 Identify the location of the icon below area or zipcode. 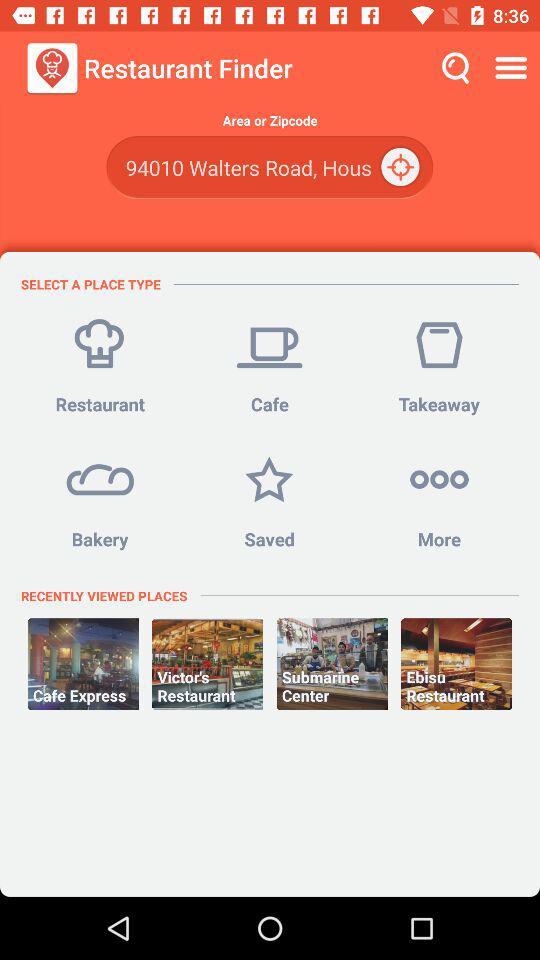
(402, 166).